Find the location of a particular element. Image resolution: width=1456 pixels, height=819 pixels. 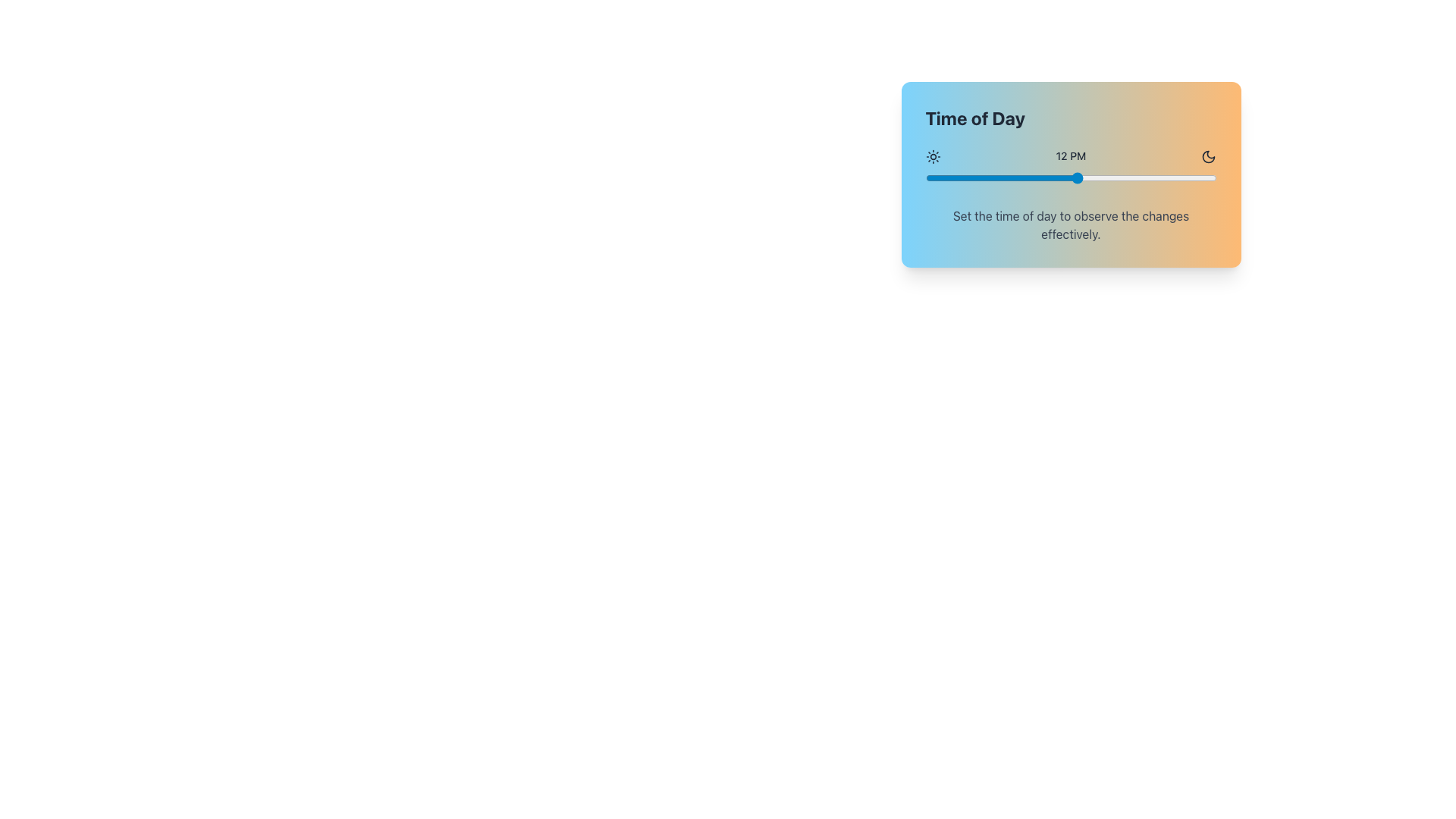

time of day is located at coordinates (1001, 177).